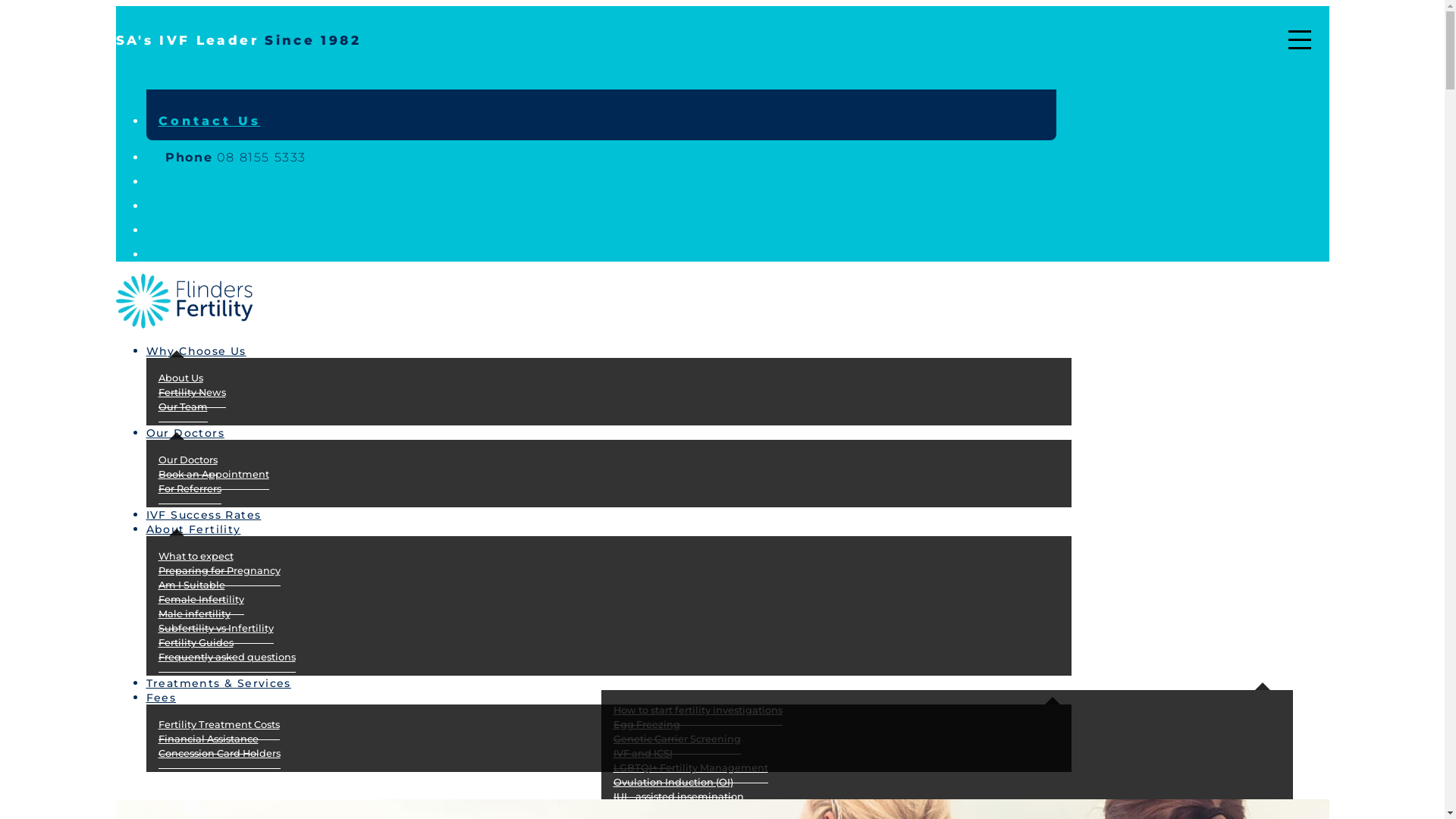  What do you see at coordinates (186, 459) in the screenshot?
I see `'Our Doctors'` at bounding box center [186, 459].